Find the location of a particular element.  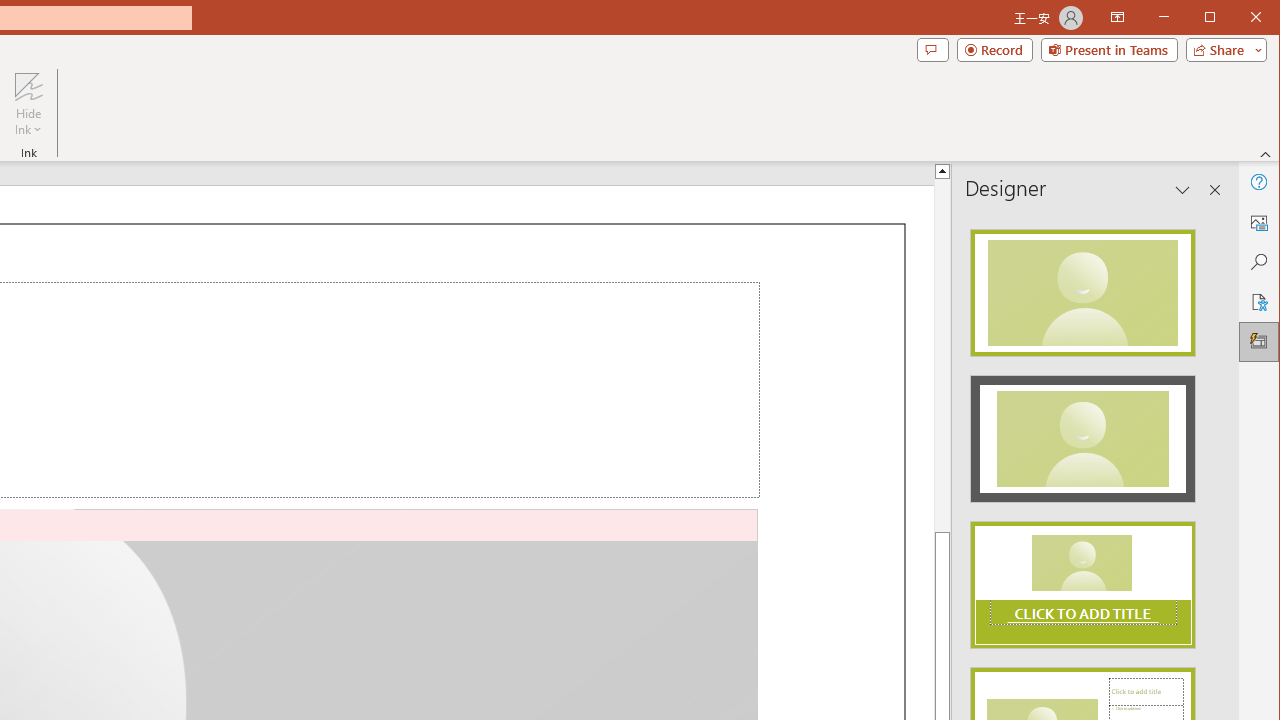

'Maximize' is located at coordinates (1238, 19).